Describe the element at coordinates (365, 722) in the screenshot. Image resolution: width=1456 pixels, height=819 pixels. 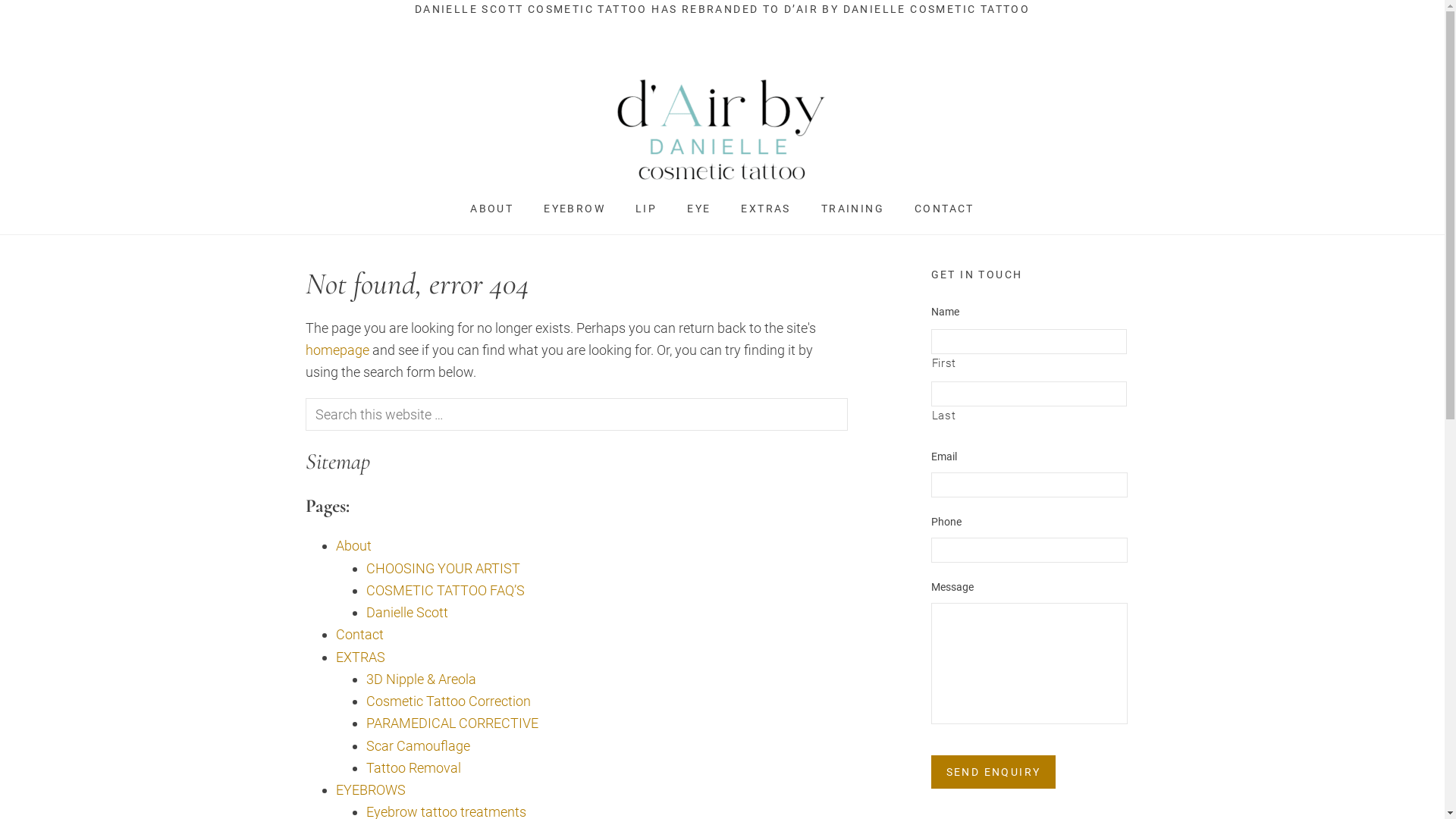
I see `'PARAMEDICAL CORRECTIVE'` at that location.